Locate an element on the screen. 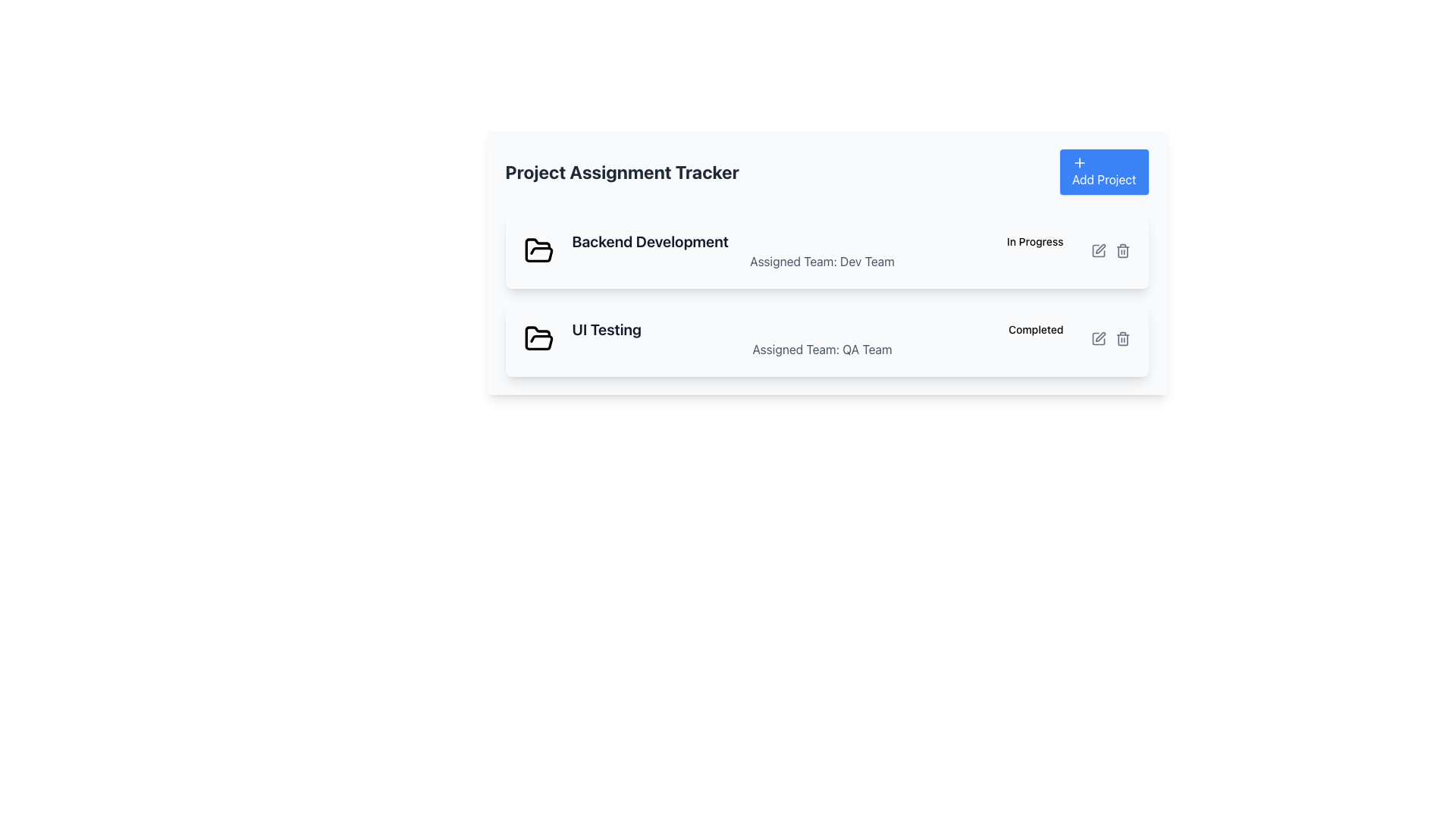  the edit icon located in the second project status row, to the right of the 'In Progress' label and next to the trash icon is located at coordinates (1100, 248).